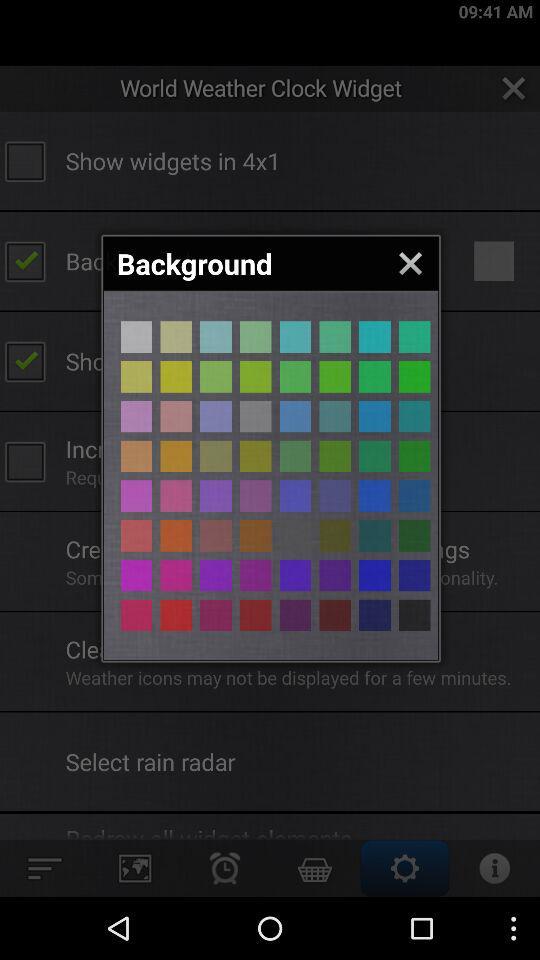  I want to click on color selection, so click(215, 575).